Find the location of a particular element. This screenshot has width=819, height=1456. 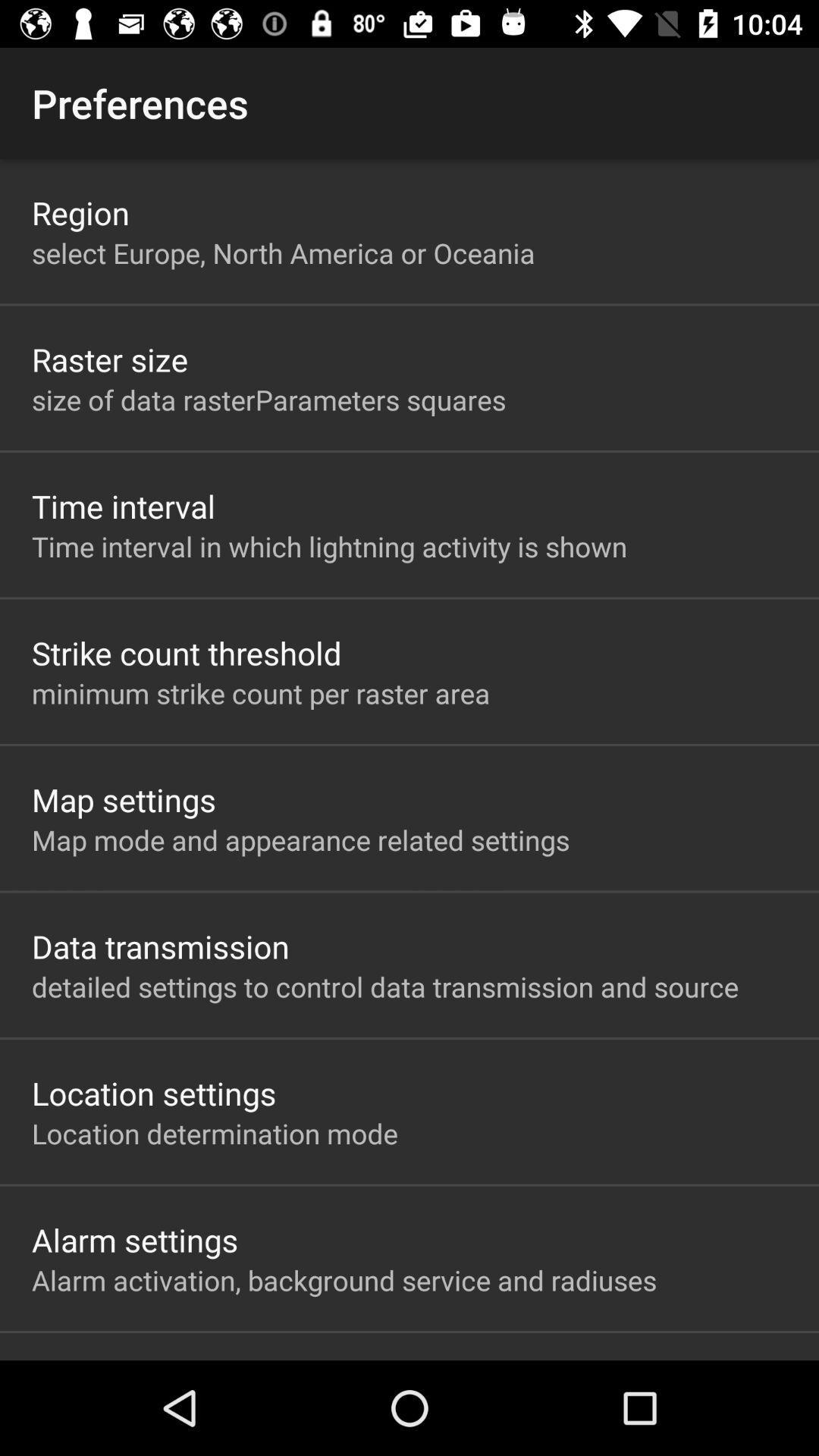

the icon below preferences icon is located at coordinates (80, 212).